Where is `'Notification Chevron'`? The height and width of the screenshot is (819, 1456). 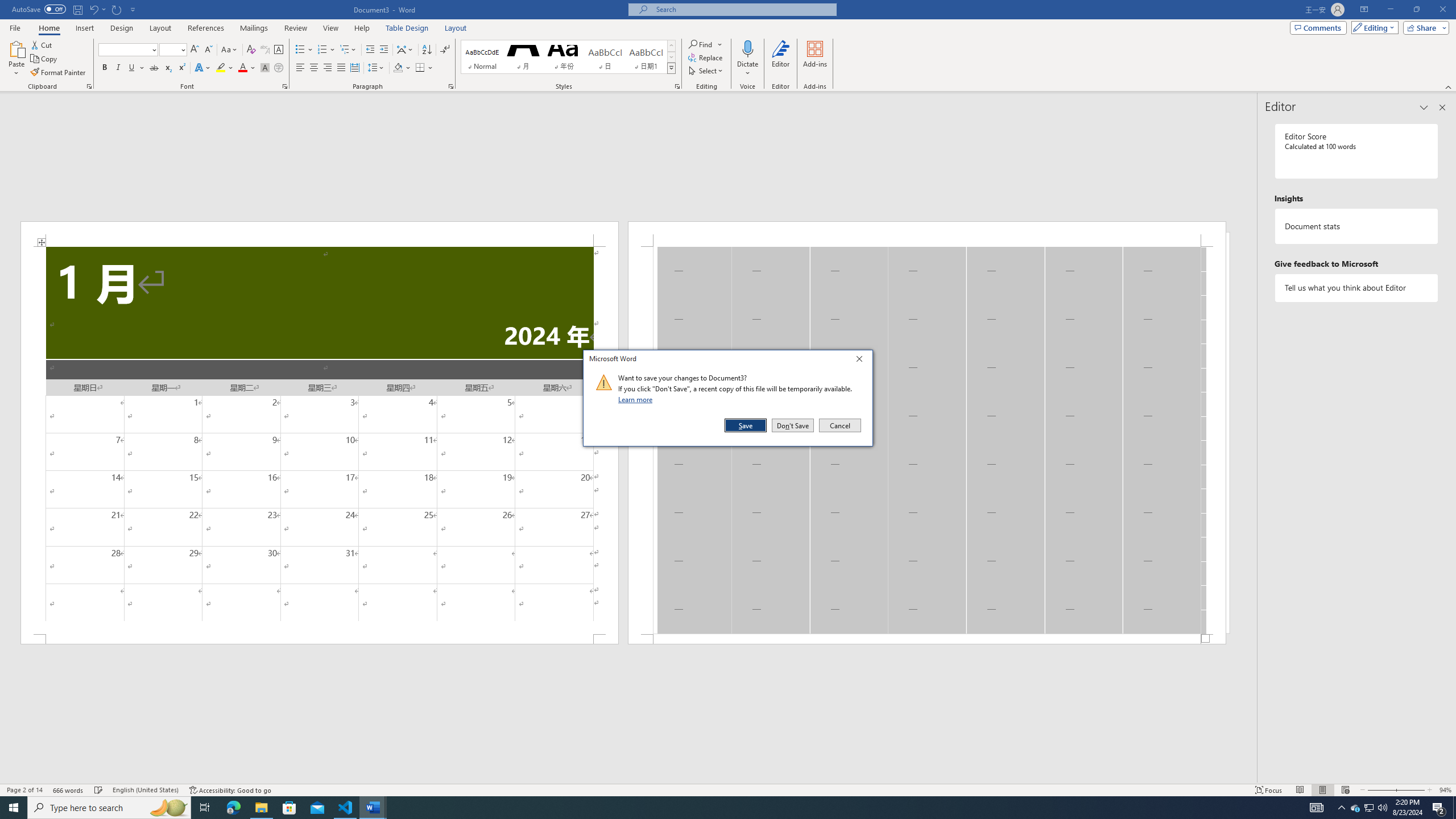 'Notification Chevron' is located at coordinates (1342, 806).